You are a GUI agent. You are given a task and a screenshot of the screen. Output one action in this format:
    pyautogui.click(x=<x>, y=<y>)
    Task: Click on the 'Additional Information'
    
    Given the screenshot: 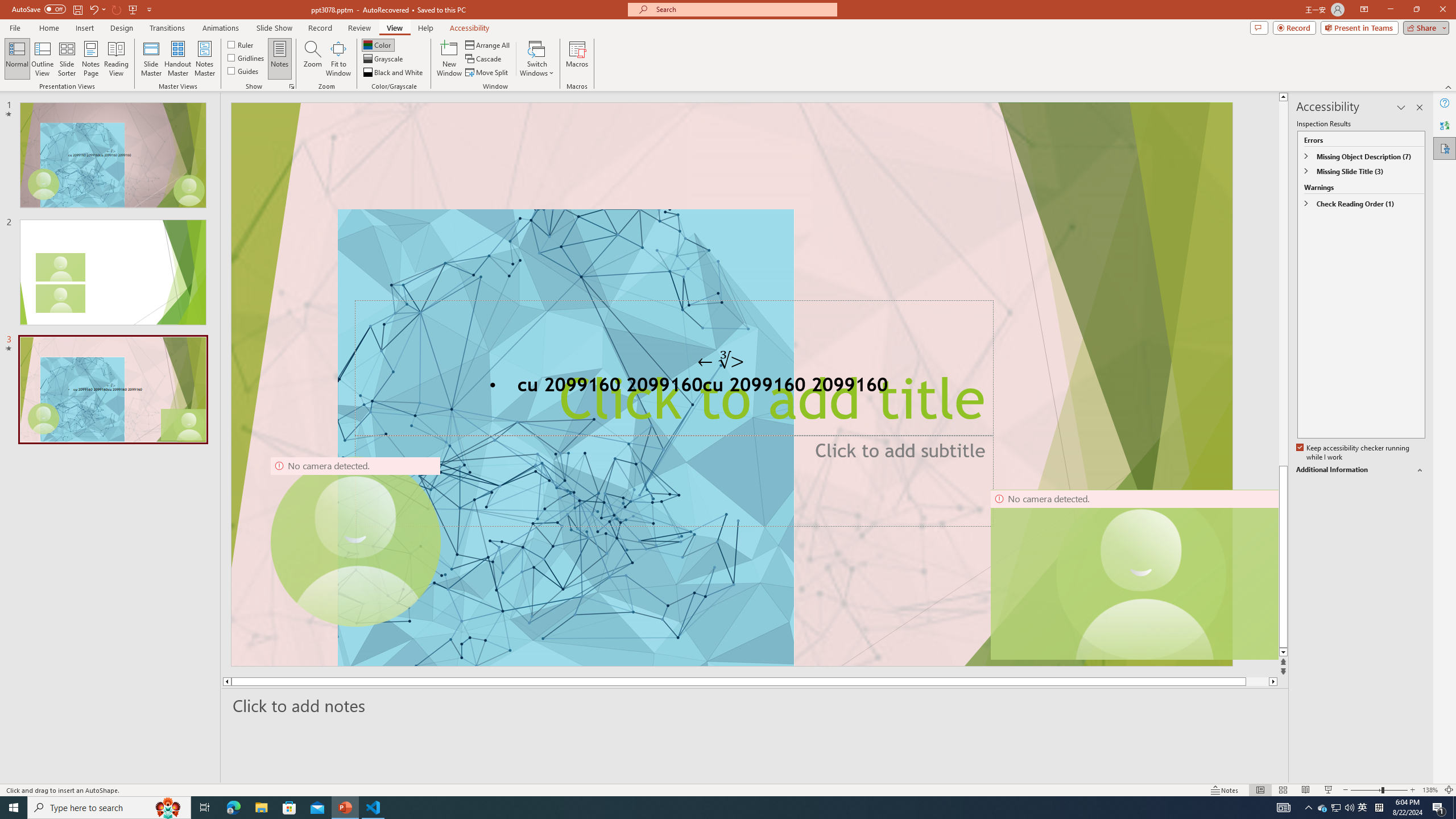 What is the action you would take?
    pyautogui.click(x=1360, y=470)
    